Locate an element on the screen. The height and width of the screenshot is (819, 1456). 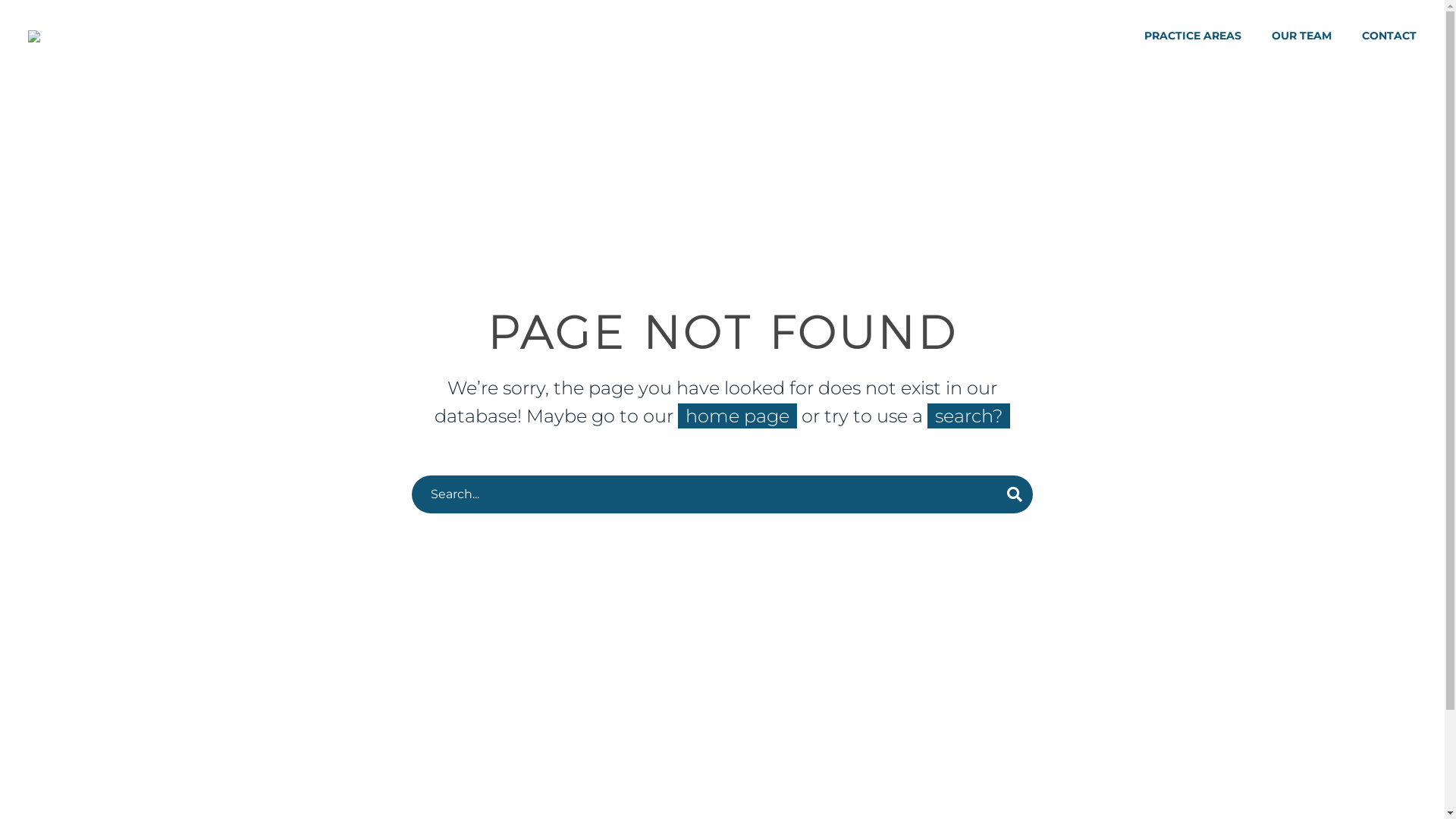
'search?' is located at coordinates (968, 416).